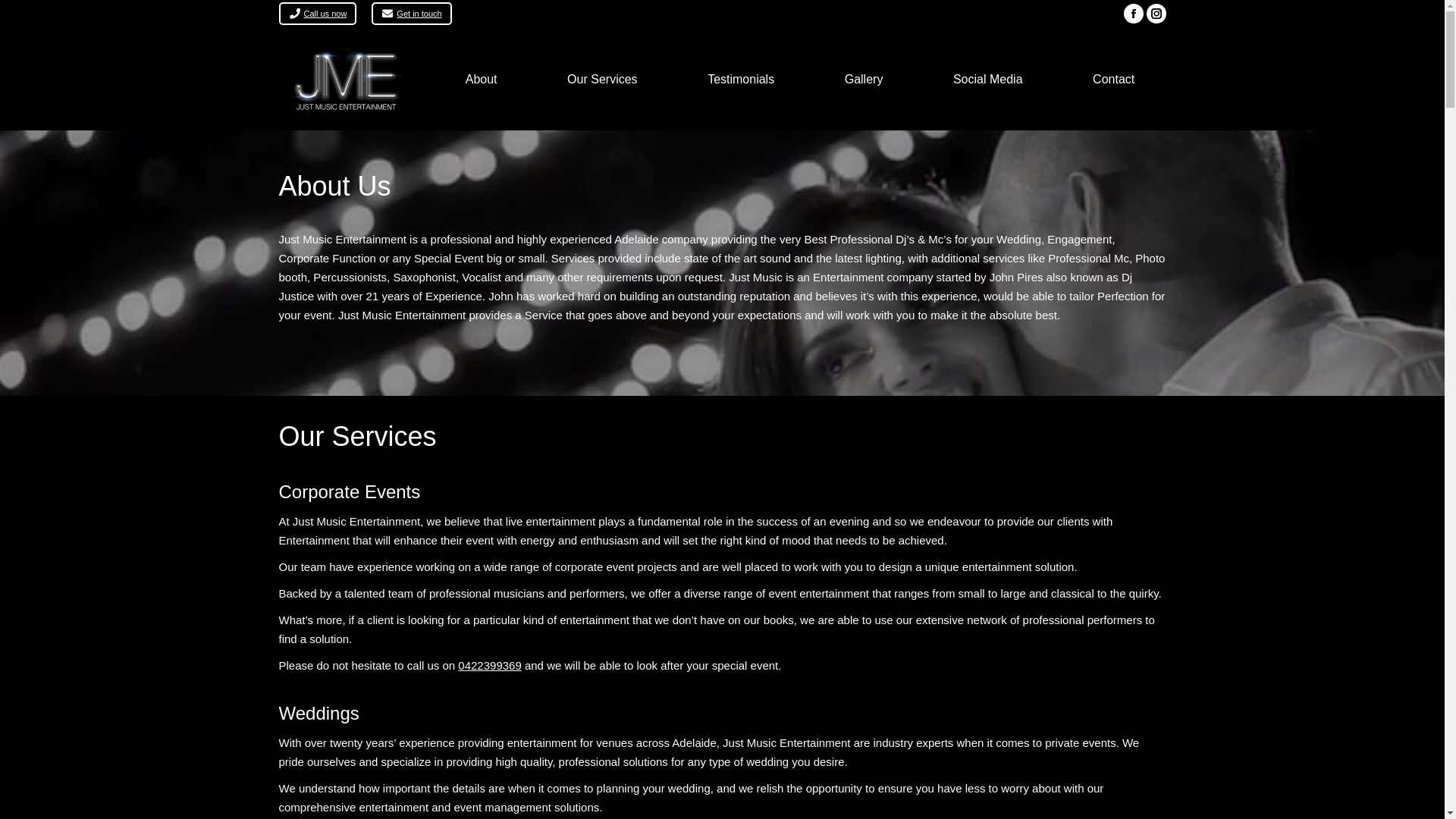 Image resolution: width=1456 pixels, height=819 pixels. I want to click on 'Gallery', so click(863, 79).